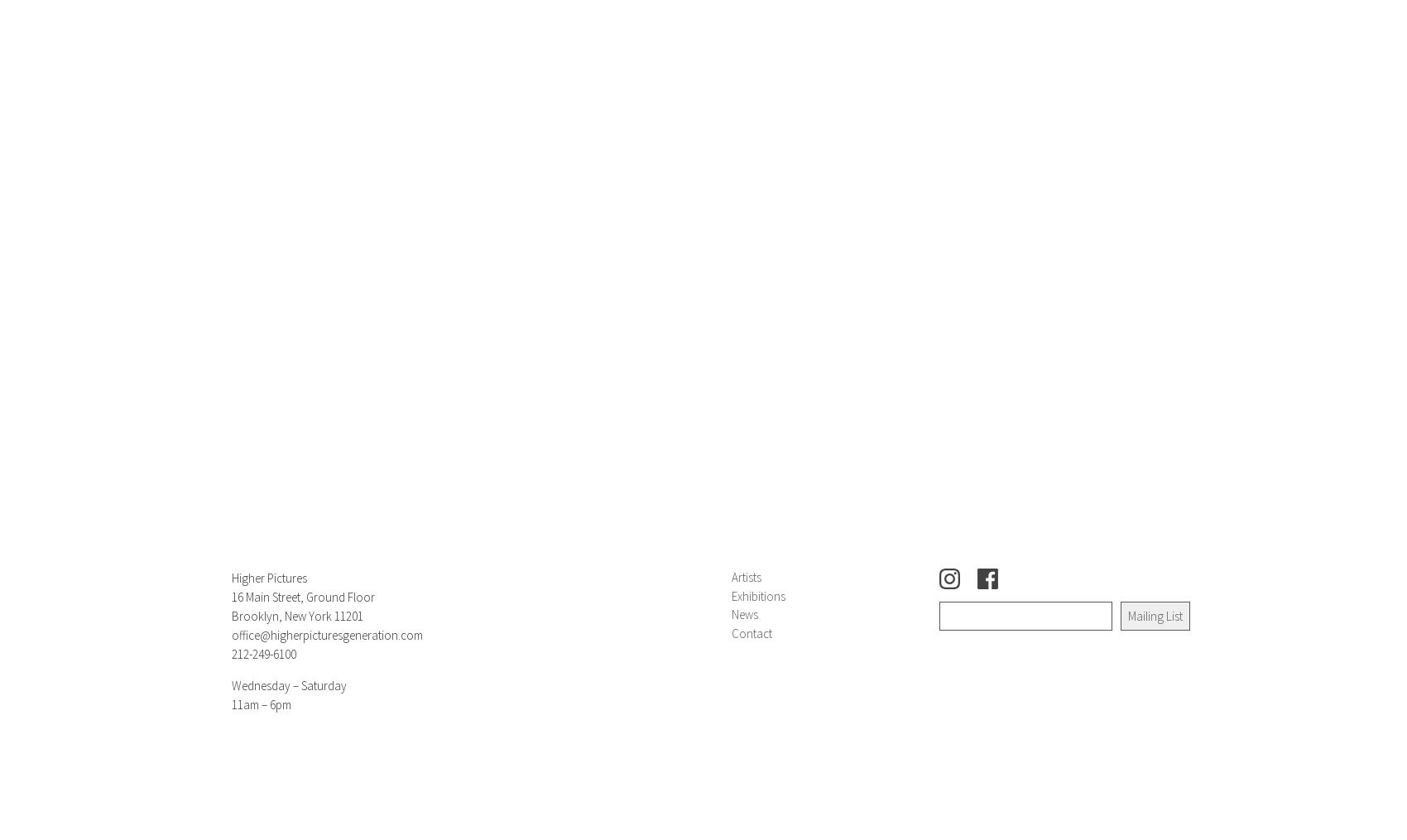 The width and height of the screenshot is (1407, 840). I want to click on 'Exhibitions', so click(730, 595).